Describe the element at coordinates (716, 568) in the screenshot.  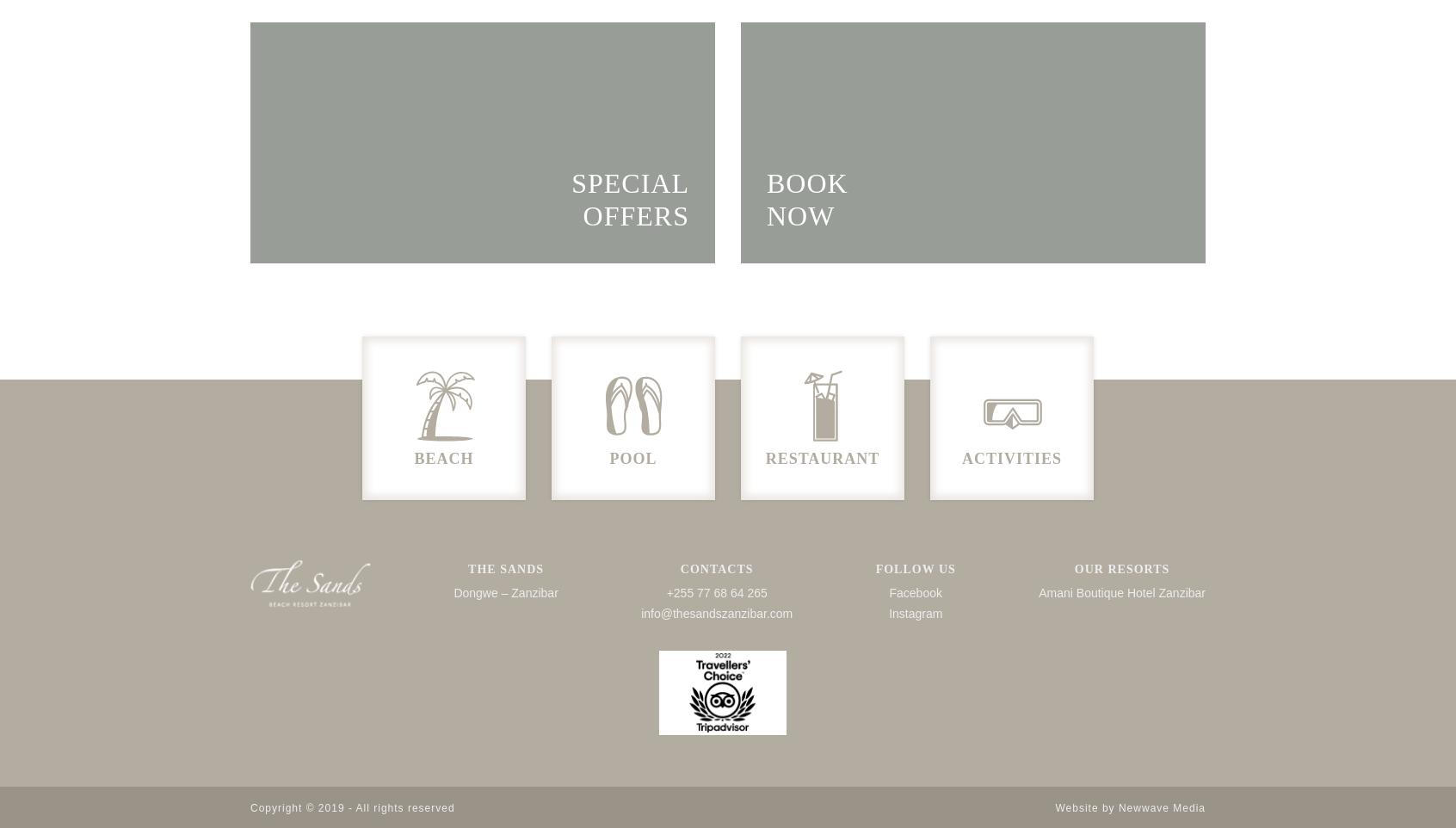
I see `'CONTACTS'` at that location.